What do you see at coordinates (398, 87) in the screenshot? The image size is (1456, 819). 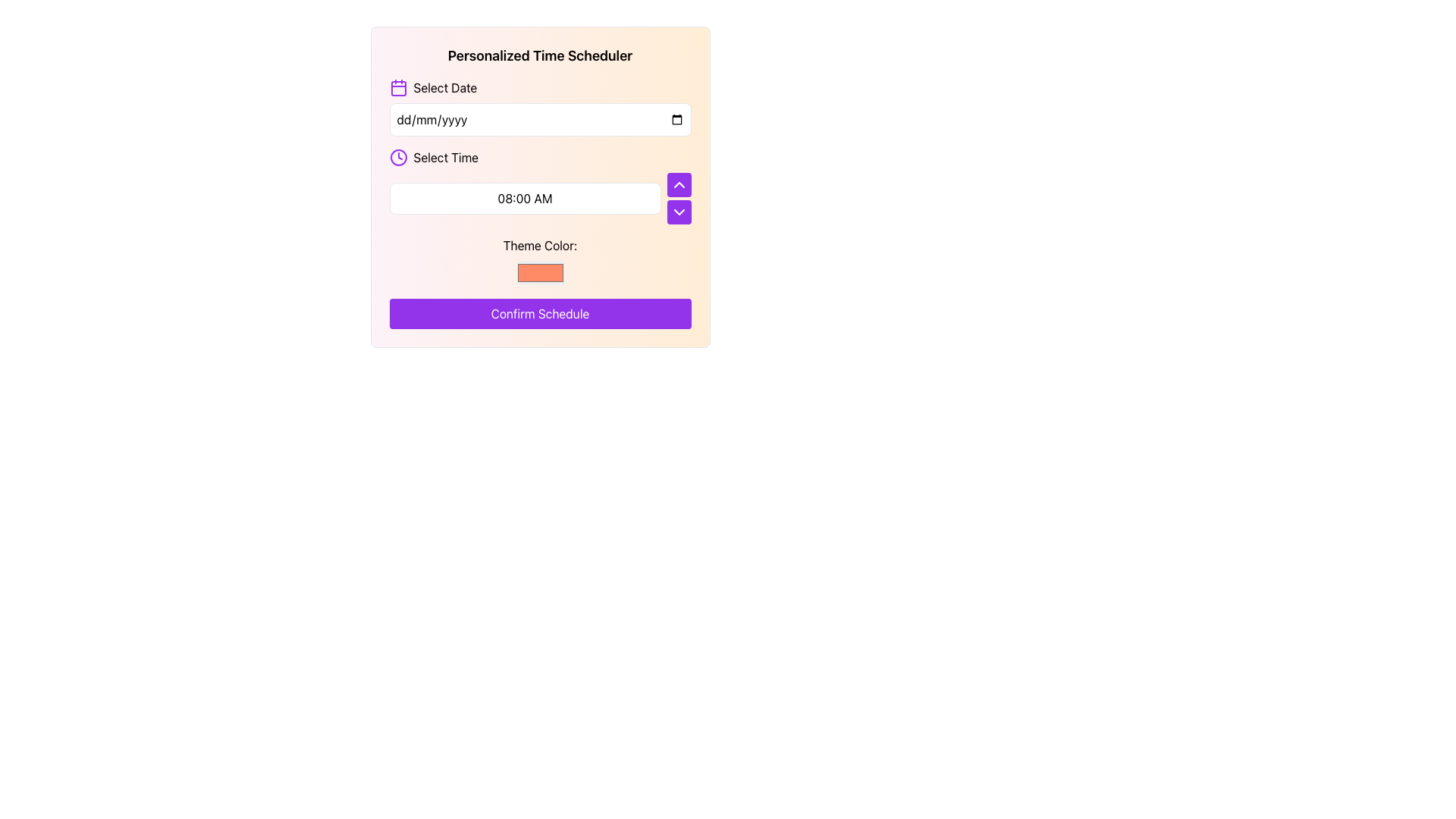 I see `the decorative icon located to the left of the 'Select Date' label at the top-left of the form` at bounding box center [398, 87].